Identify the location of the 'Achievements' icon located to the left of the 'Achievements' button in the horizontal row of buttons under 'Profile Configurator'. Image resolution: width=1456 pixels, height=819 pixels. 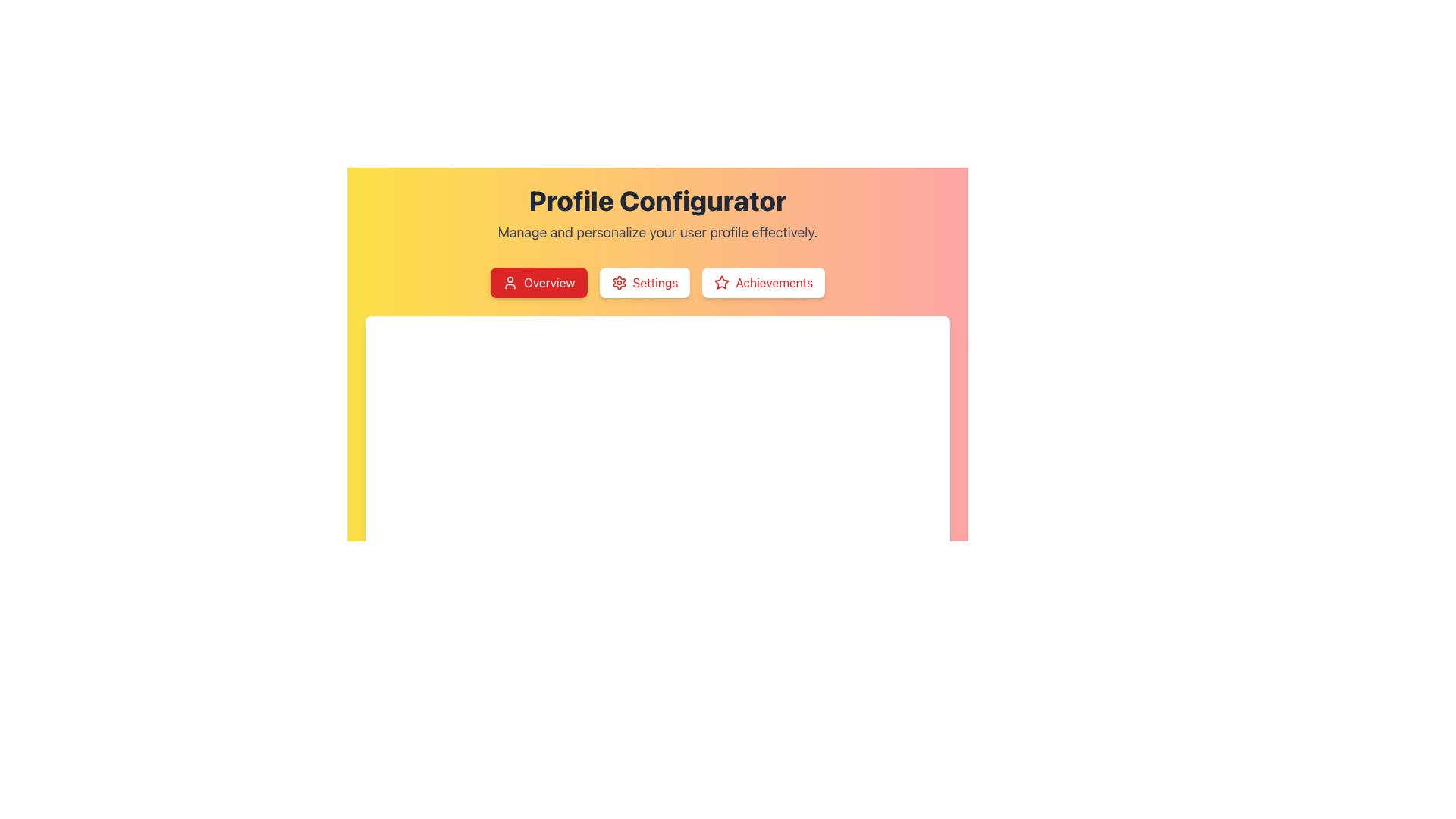
(721, 283).